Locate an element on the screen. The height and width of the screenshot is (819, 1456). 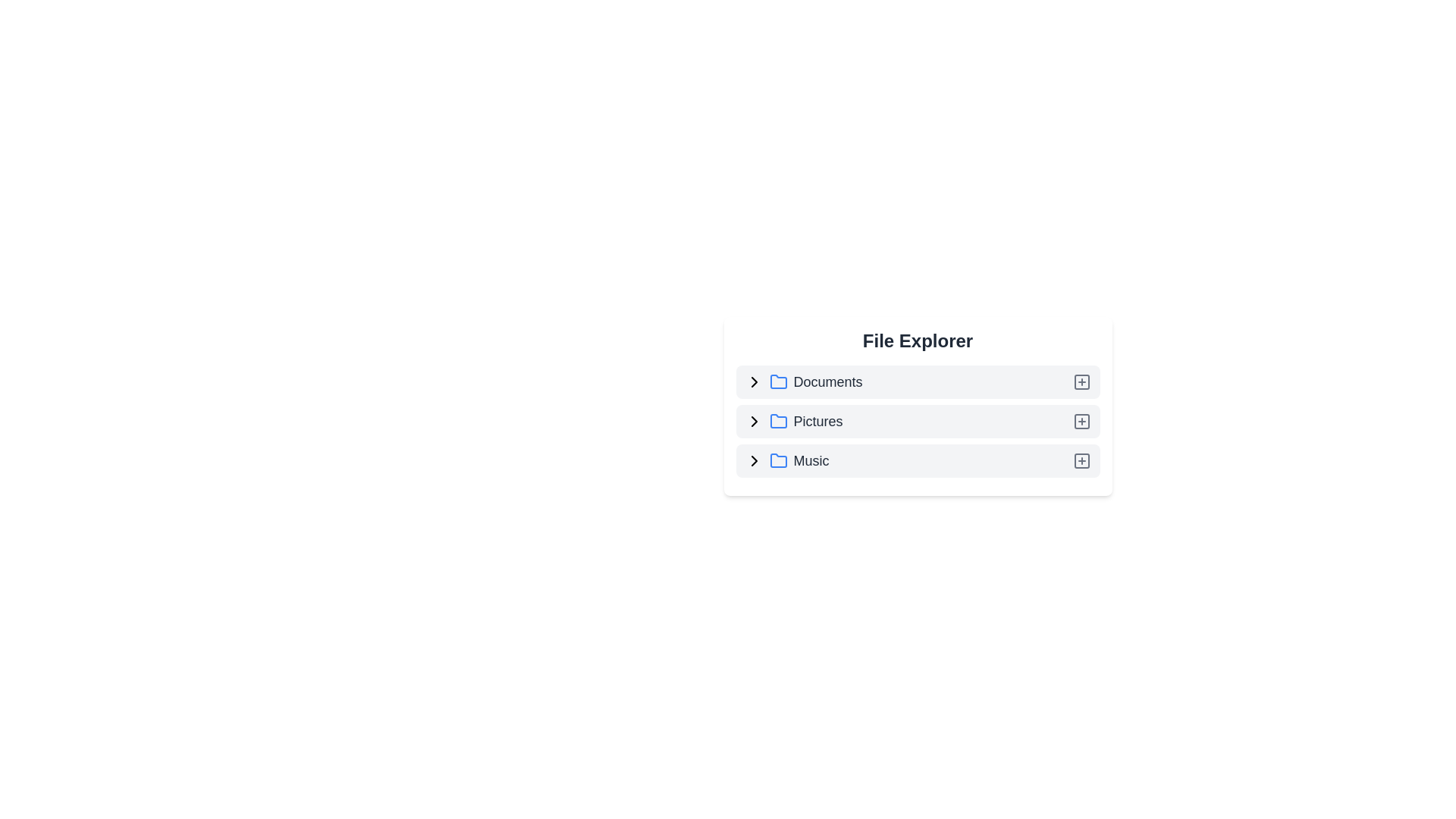
the add icon next to Documents is located at coordinates (1081, 381).